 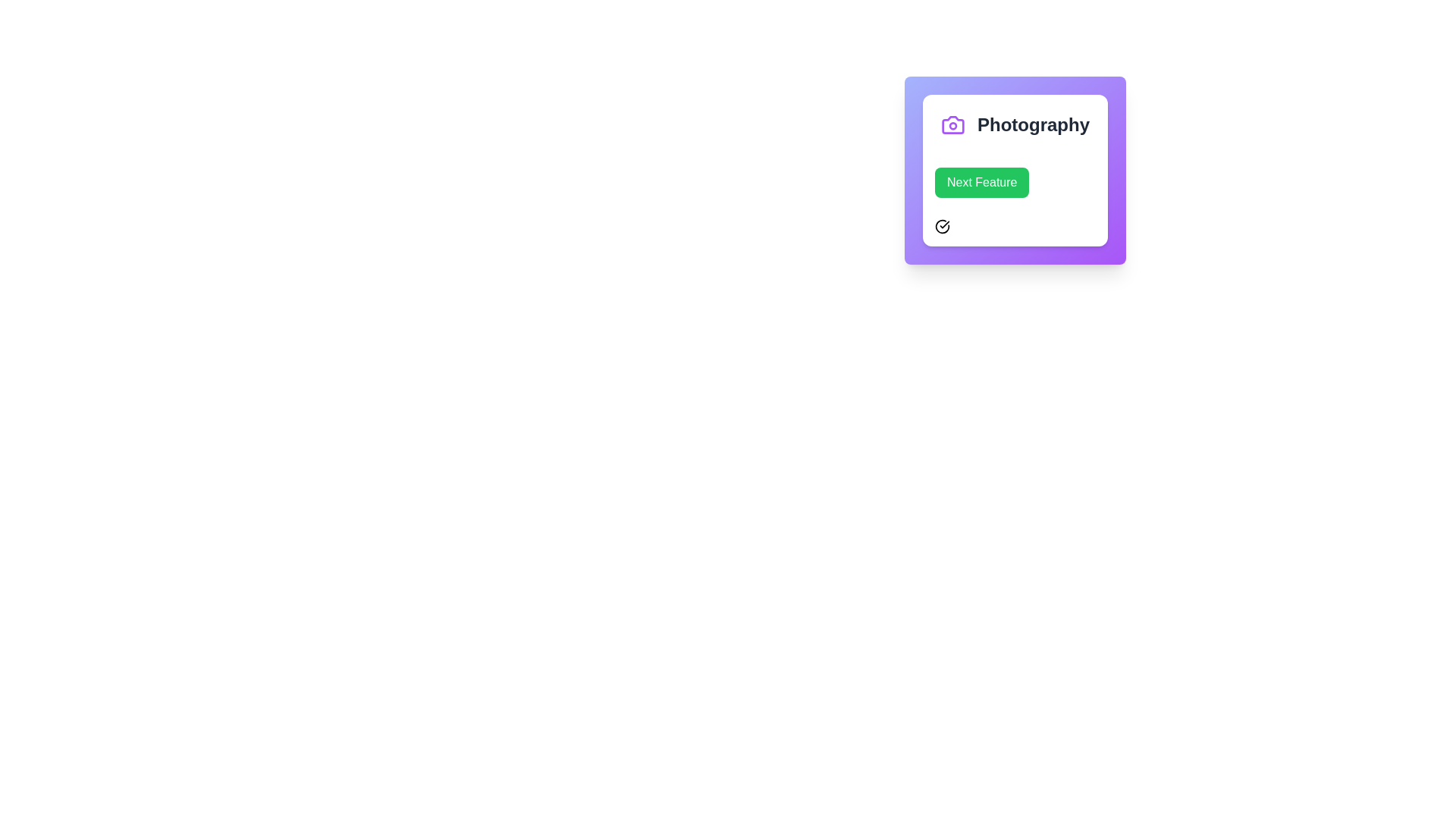 What do you see at coordinates (1015, 170) in the screenshot?
I see `the button with a purple border that serves as a clickable element to navigate to the next feature` at bounding box center [1015, 170].